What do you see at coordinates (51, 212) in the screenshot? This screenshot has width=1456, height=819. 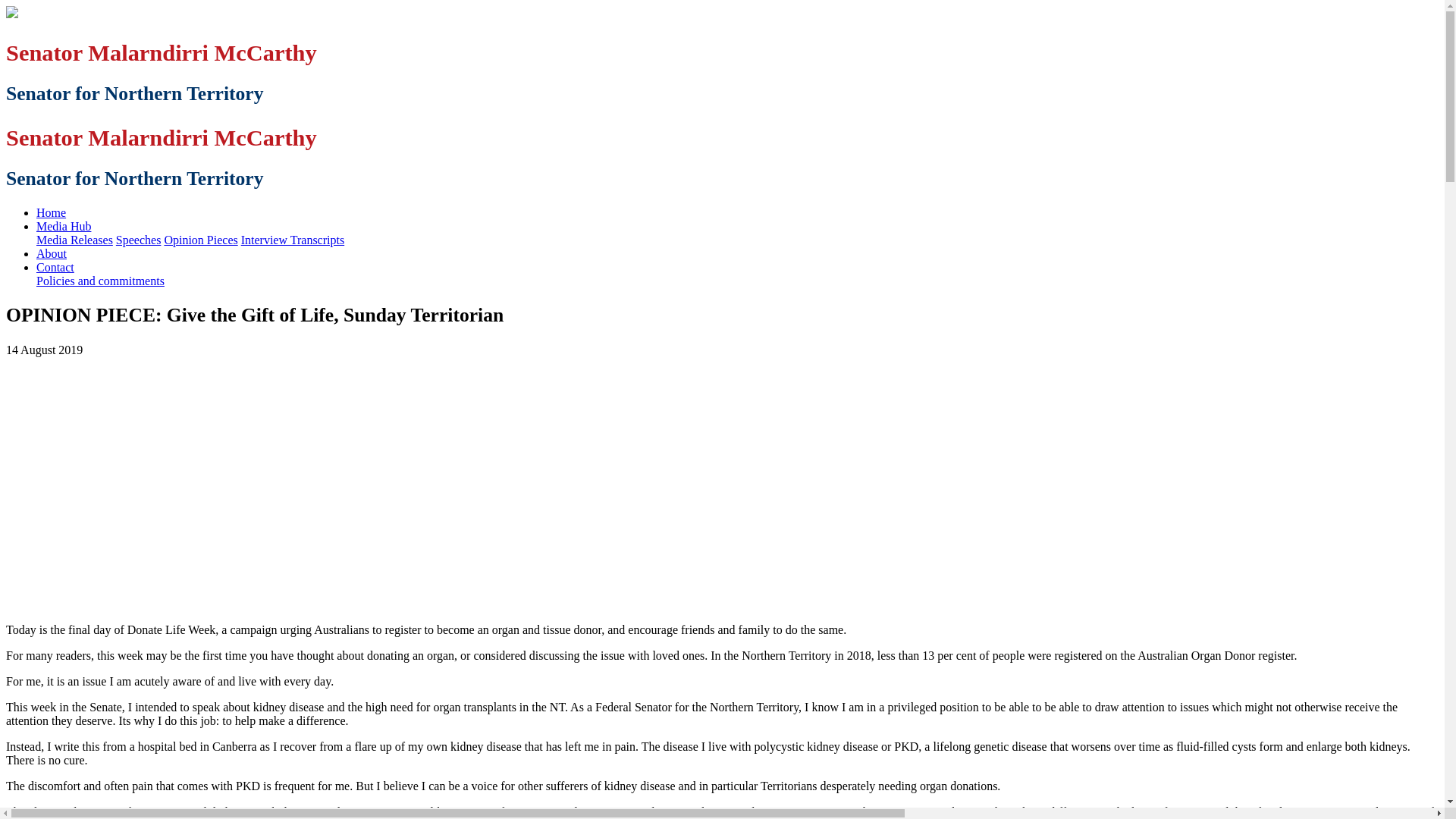 I see `'Home'` at bounding box center [51, 212].